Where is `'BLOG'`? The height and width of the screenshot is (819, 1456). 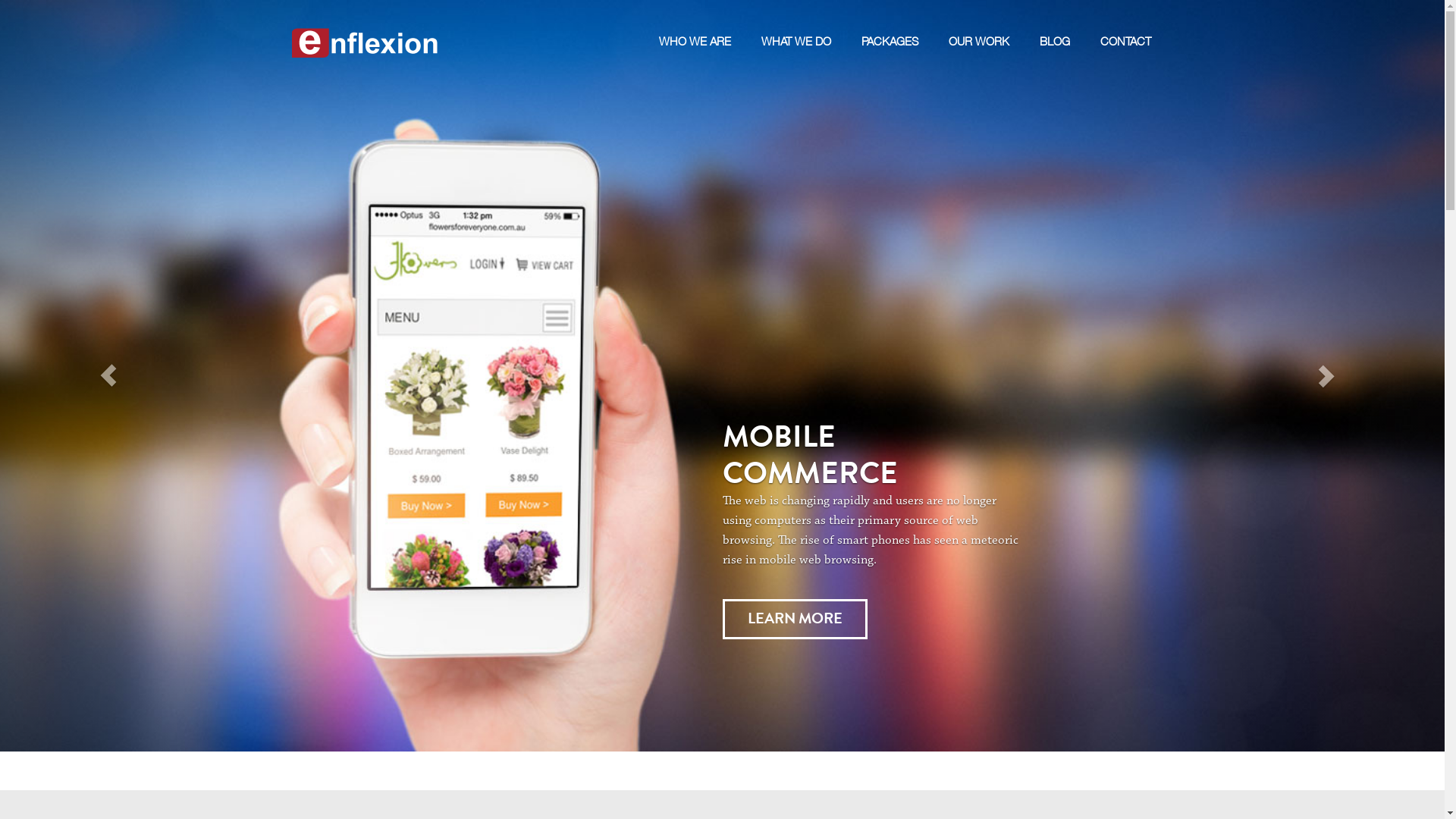 'BLOG' is located at coordinates (1037, 24).